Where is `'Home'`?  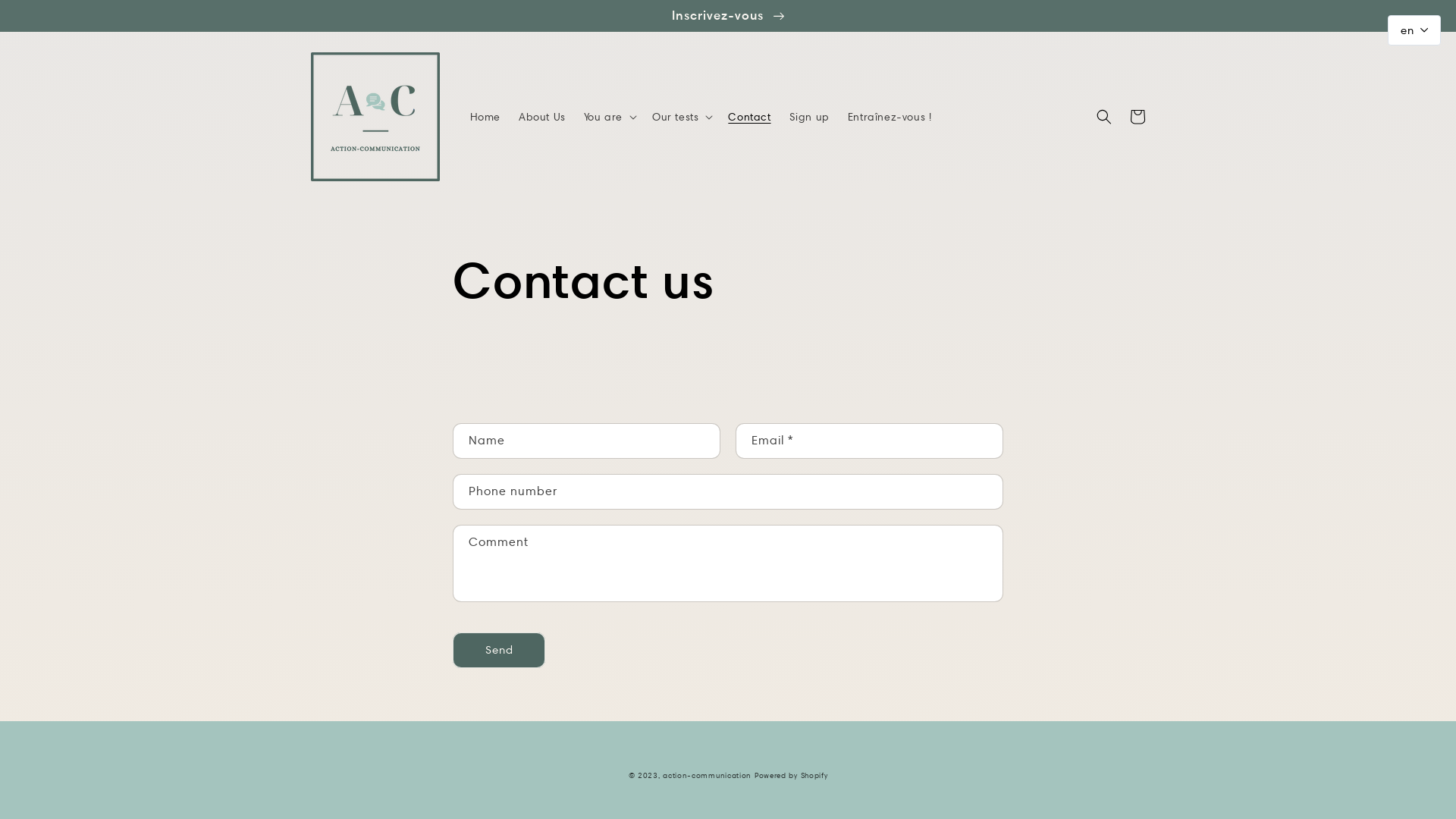 'Home' is located at coordinates (484, 116).